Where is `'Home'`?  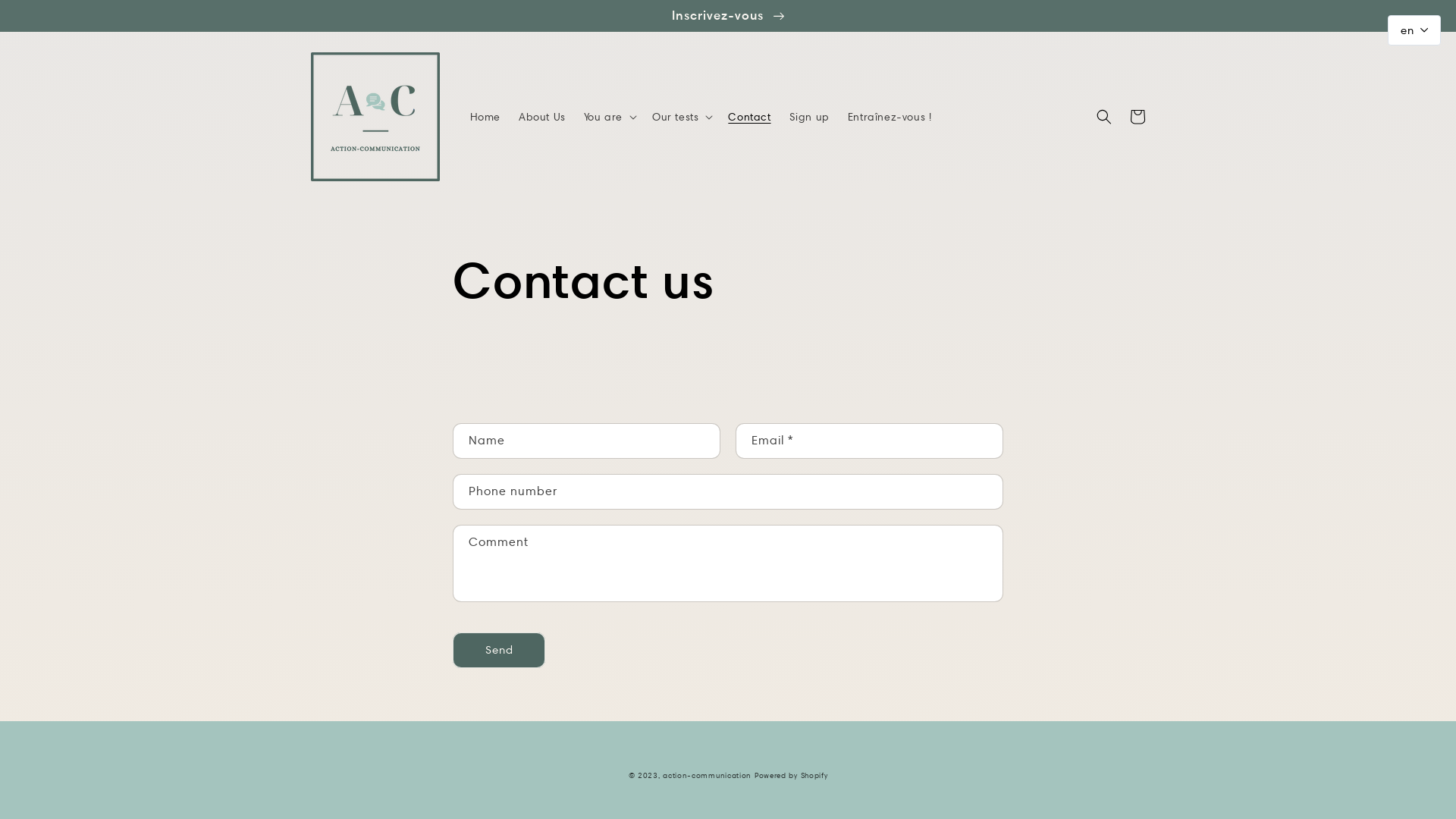 'Home' is located at coordinates (484, 116).